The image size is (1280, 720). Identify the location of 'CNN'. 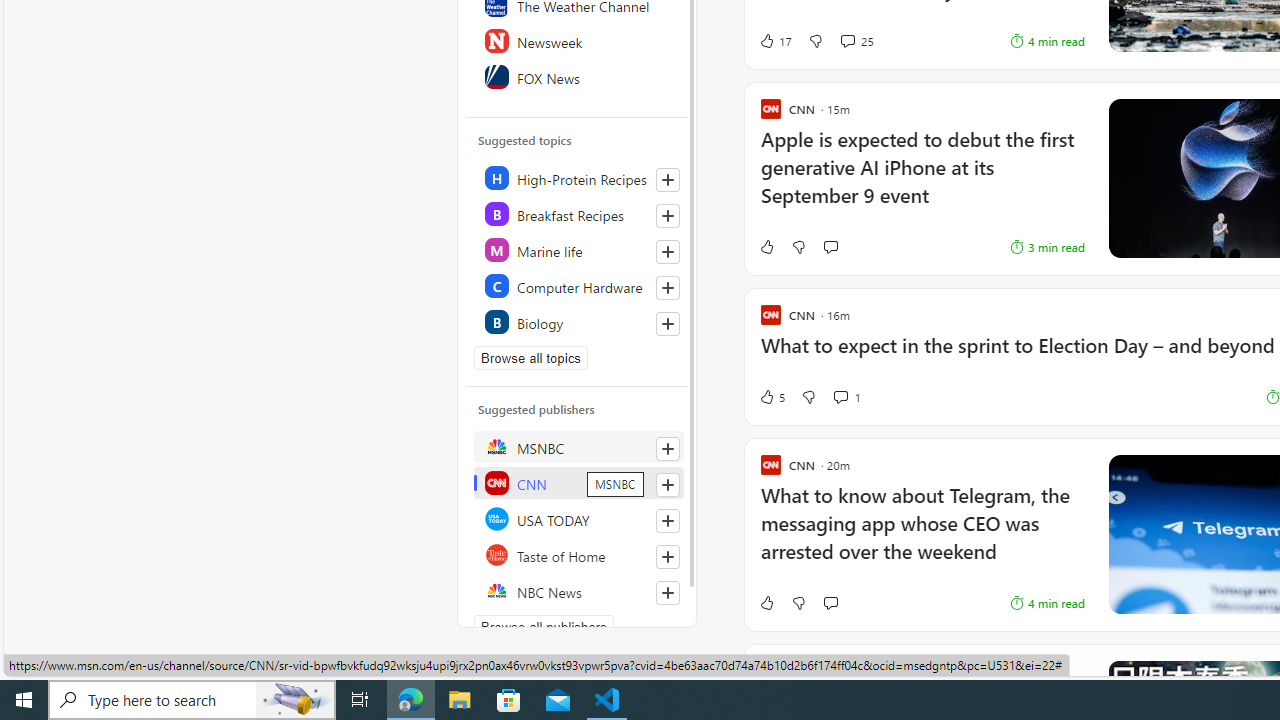
(577, 483).